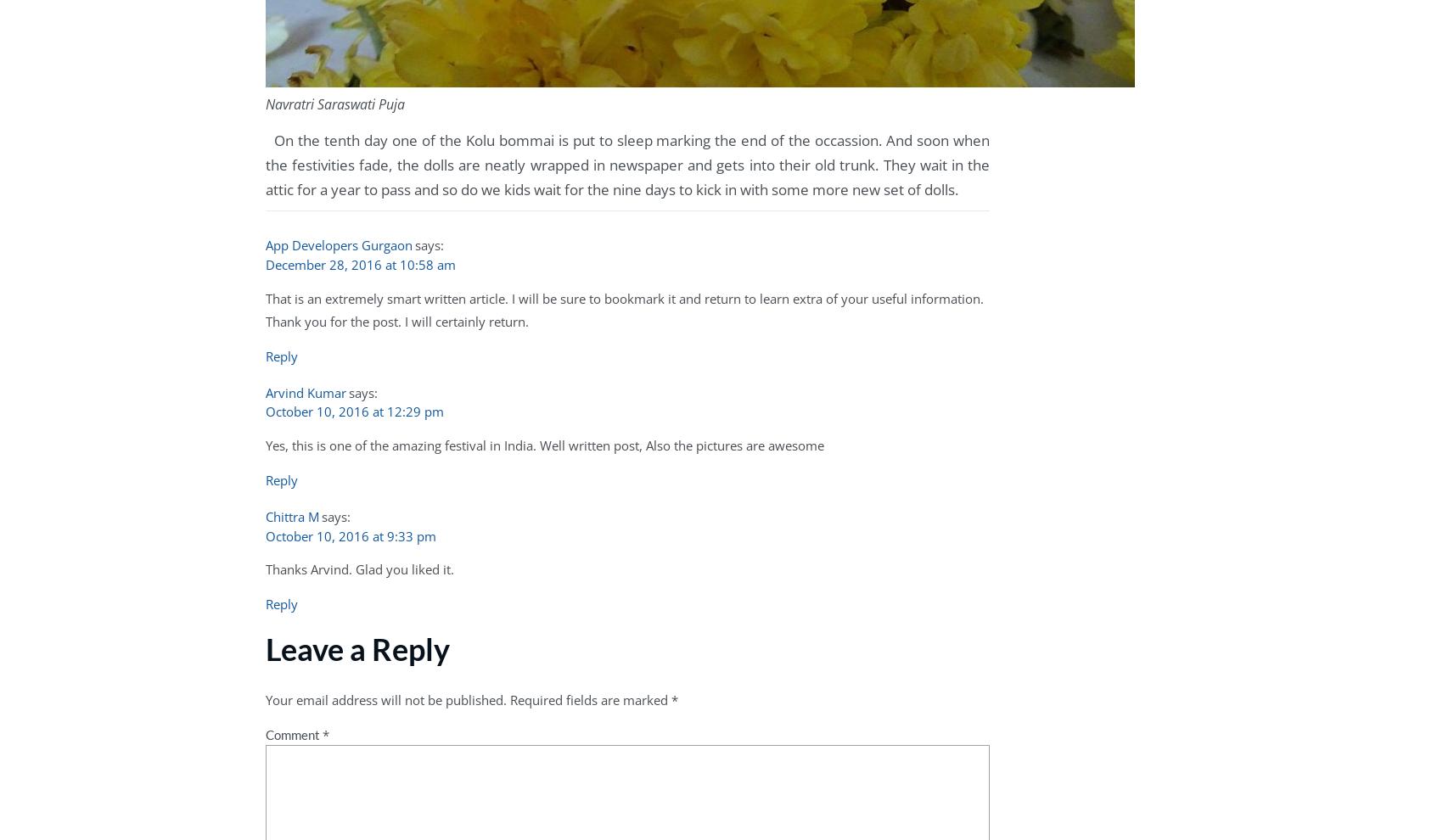 The width and height of the screenshot is (1443, 840). I want to click on 'Comment', so click(265, 733).